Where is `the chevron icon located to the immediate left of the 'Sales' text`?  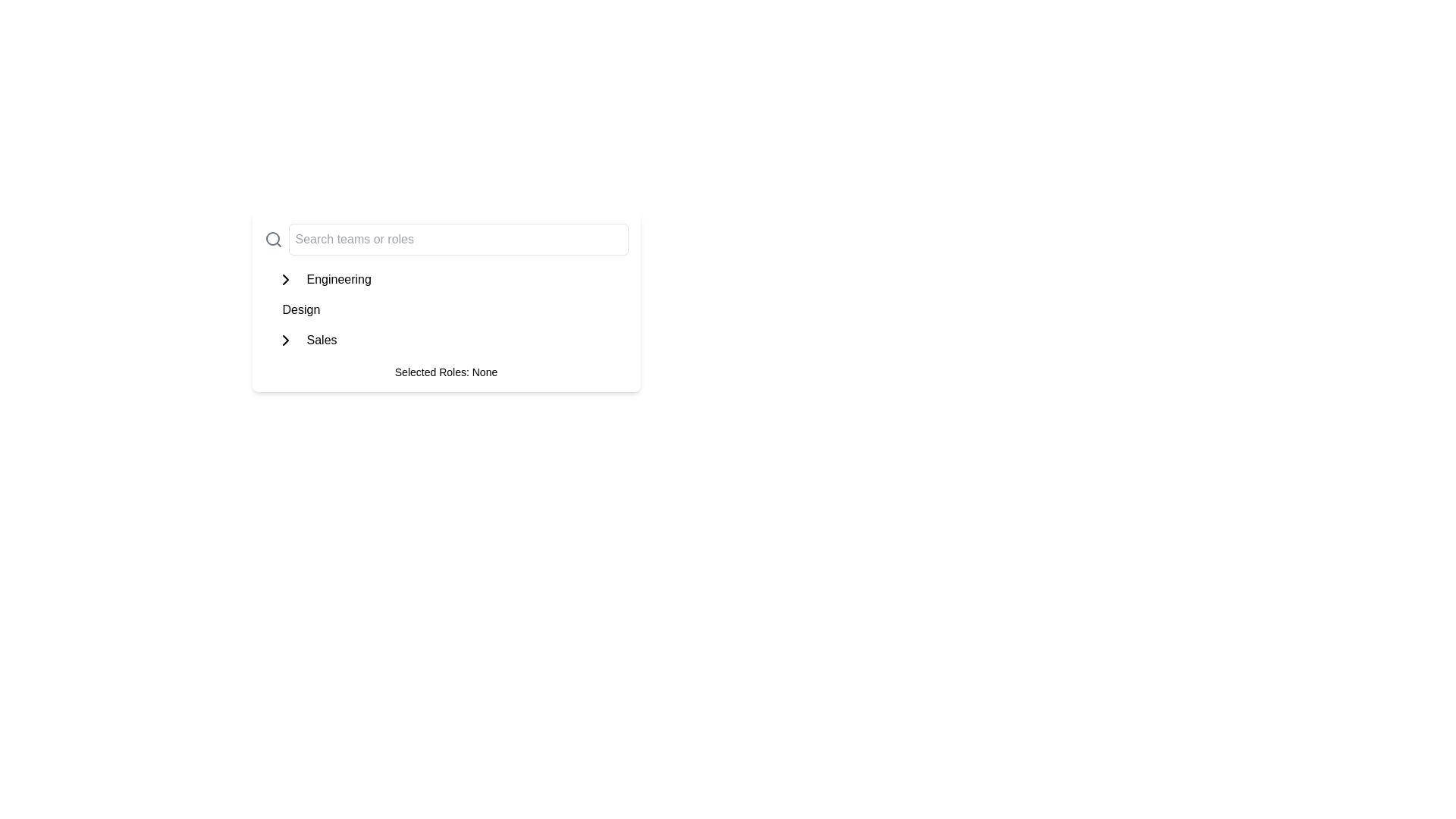 the chevron icon located to the immediate left of the 'Sales' text is located at coordinates (285, 339).